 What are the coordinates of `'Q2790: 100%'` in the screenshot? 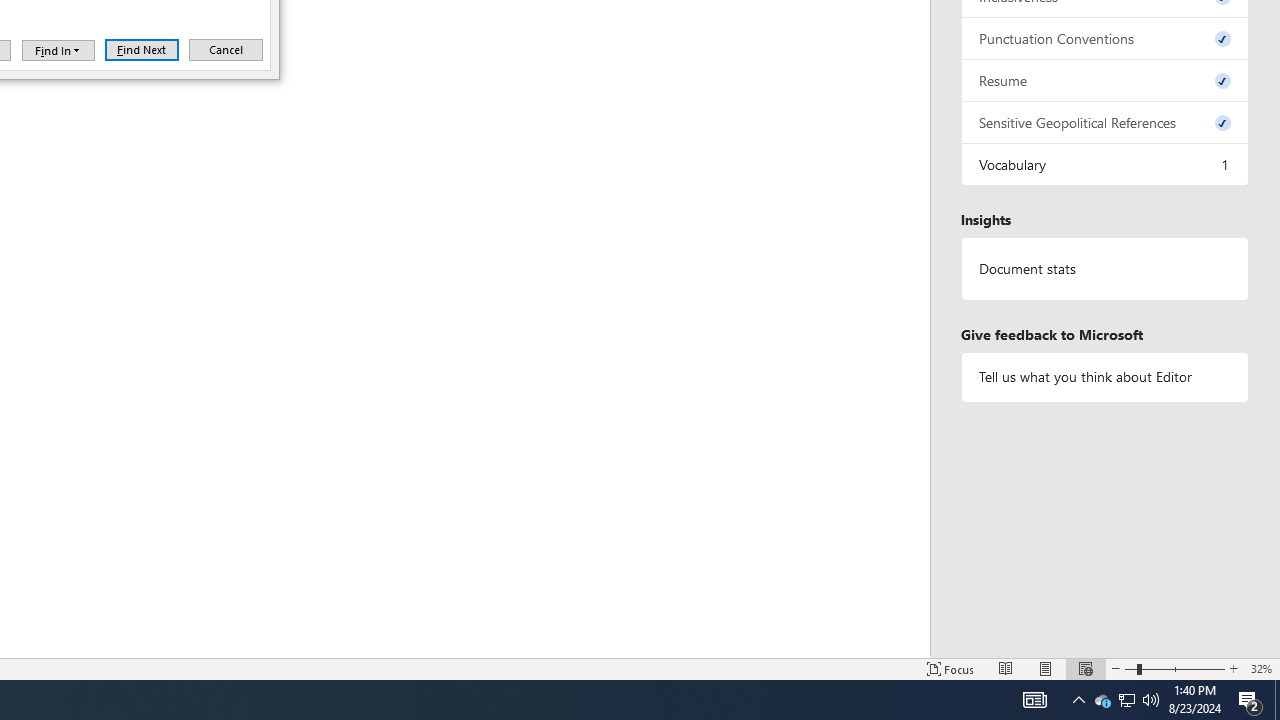 It's located at (1127, 698).